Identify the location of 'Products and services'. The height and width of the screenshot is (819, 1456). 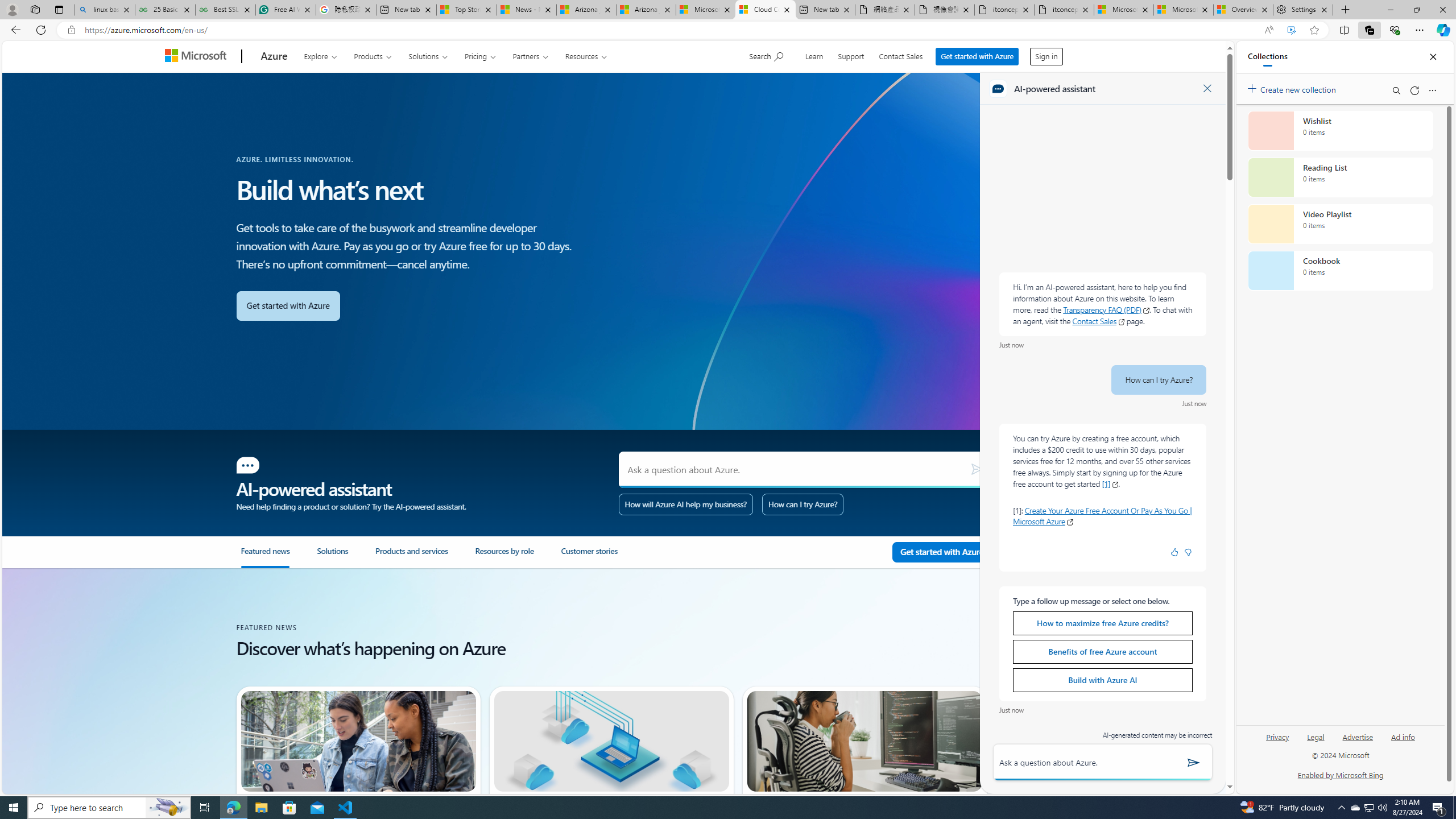
(425, 556).